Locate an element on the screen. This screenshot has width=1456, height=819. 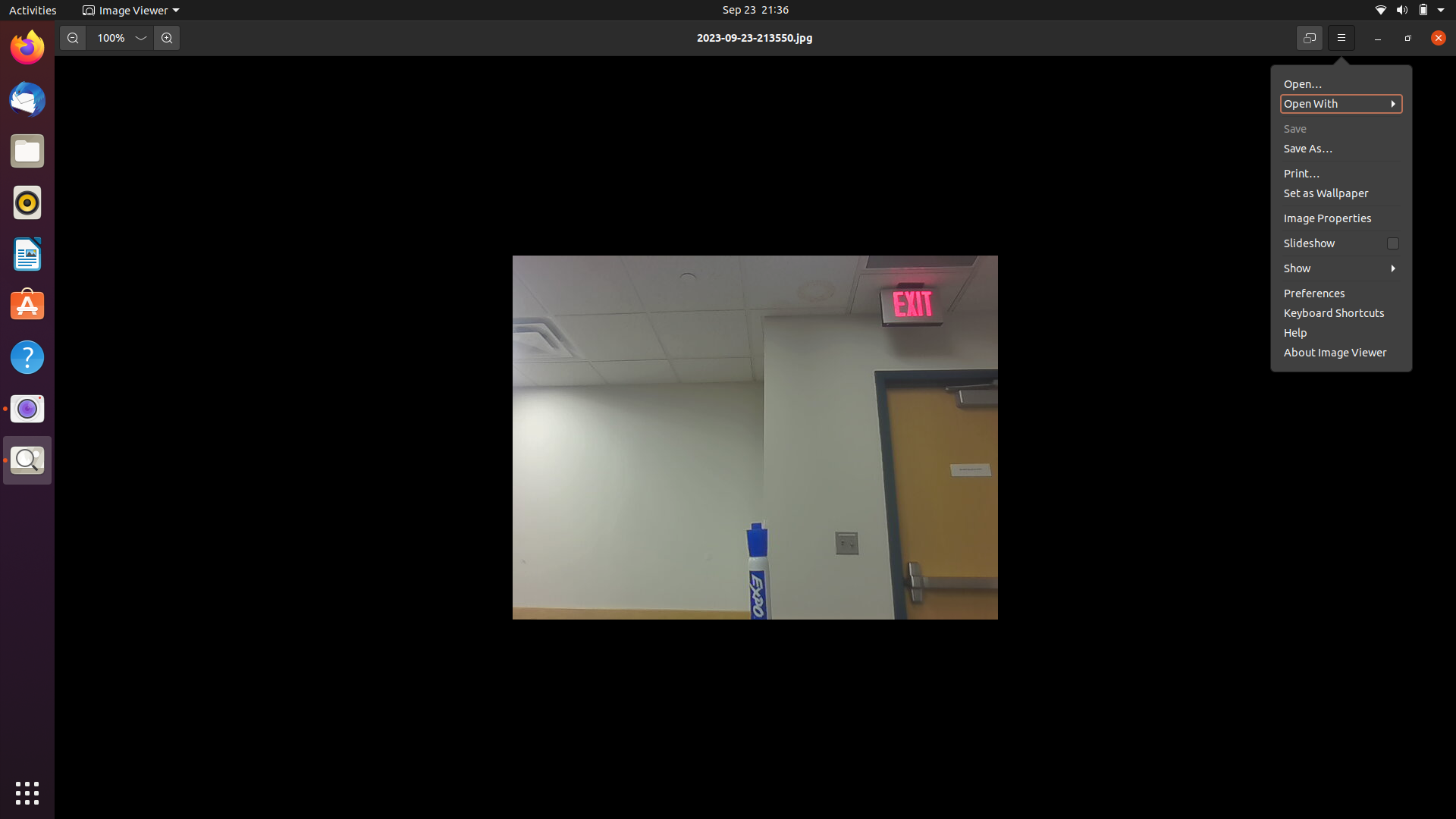
Print the image is located at coordinates (1338, 146).